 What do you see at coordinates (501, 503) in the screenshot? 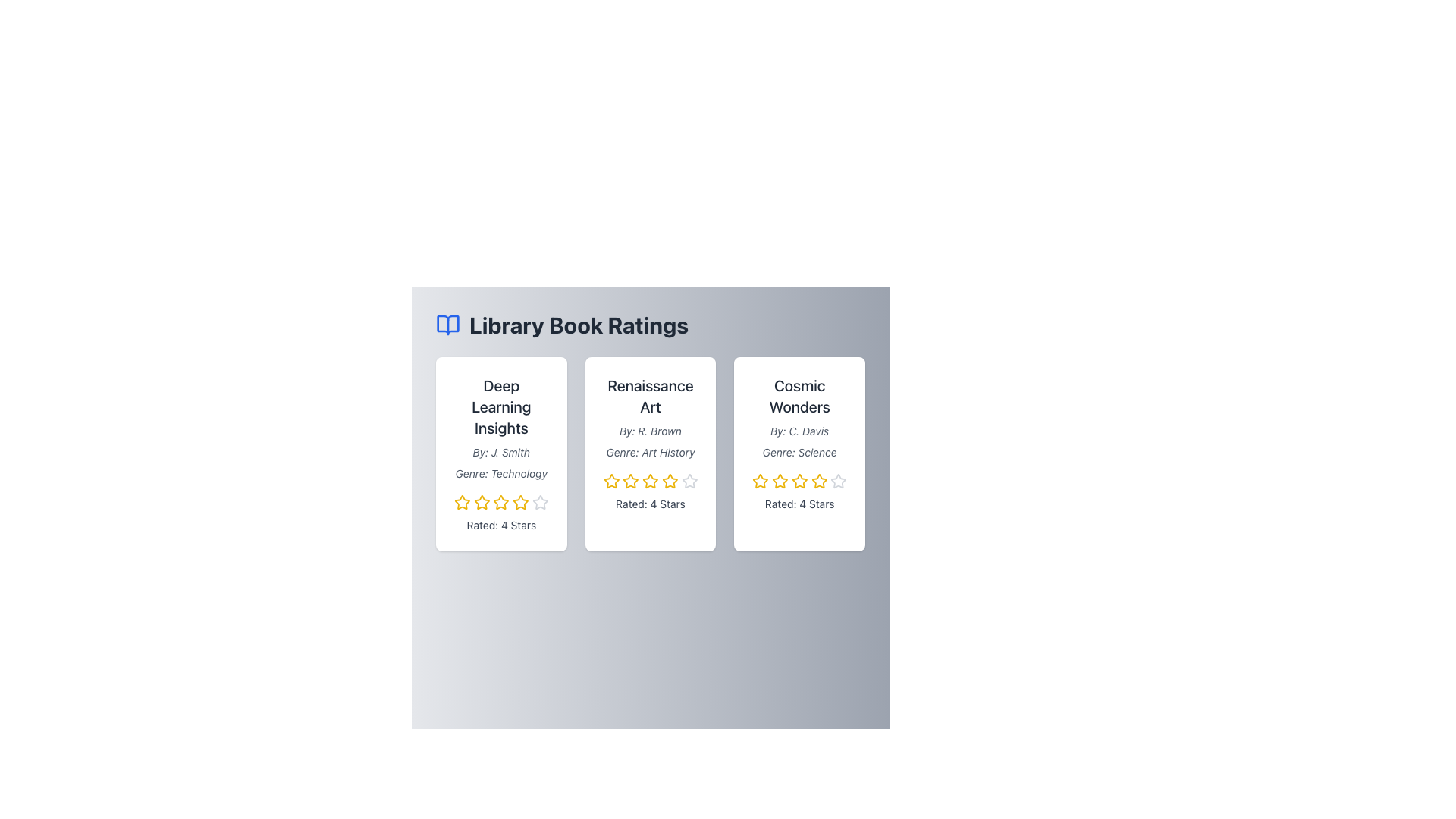
I see `the third star icon in the rating component beneath the text 'Genre: Technology'` at bounding box center [501, 503].